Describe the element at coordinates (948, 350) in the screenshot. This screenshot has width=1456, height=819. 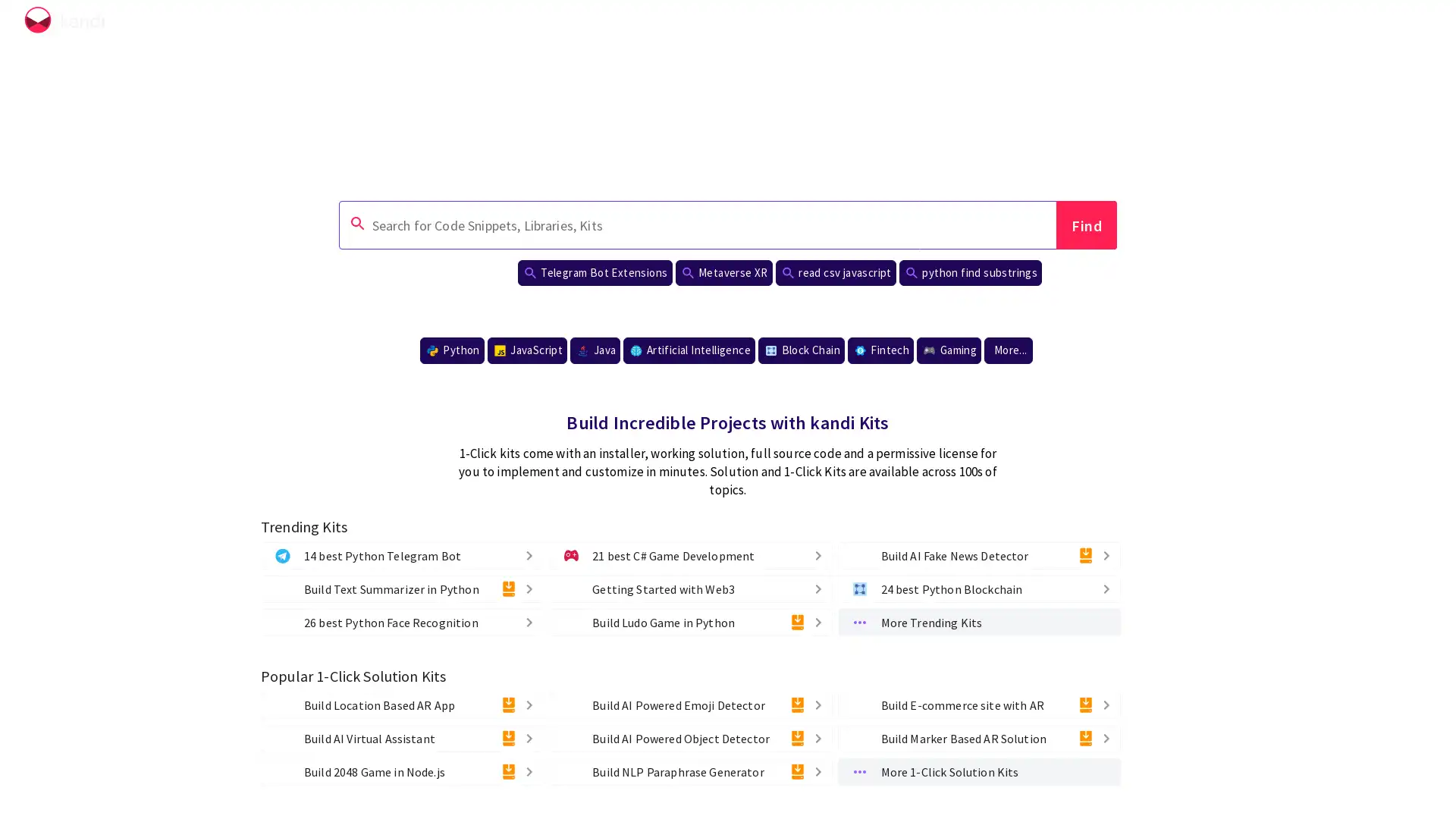
I see `search icon Gaming` at that location.